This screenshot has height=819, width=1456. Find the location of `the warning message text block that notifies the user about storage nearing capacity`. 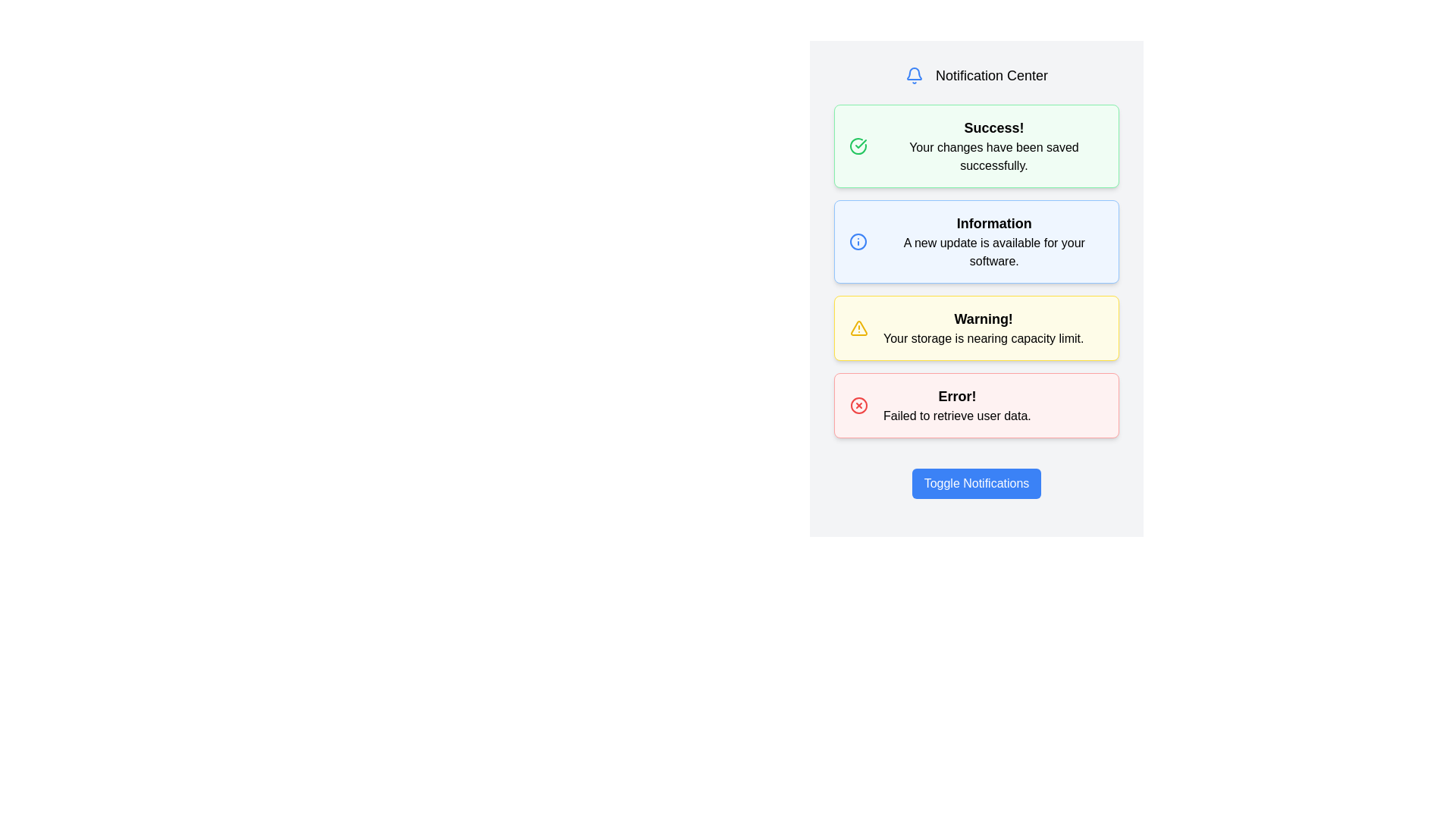

the warning message text block that notifies the user about storage nearing capacity is located at coordinates (984, 327).